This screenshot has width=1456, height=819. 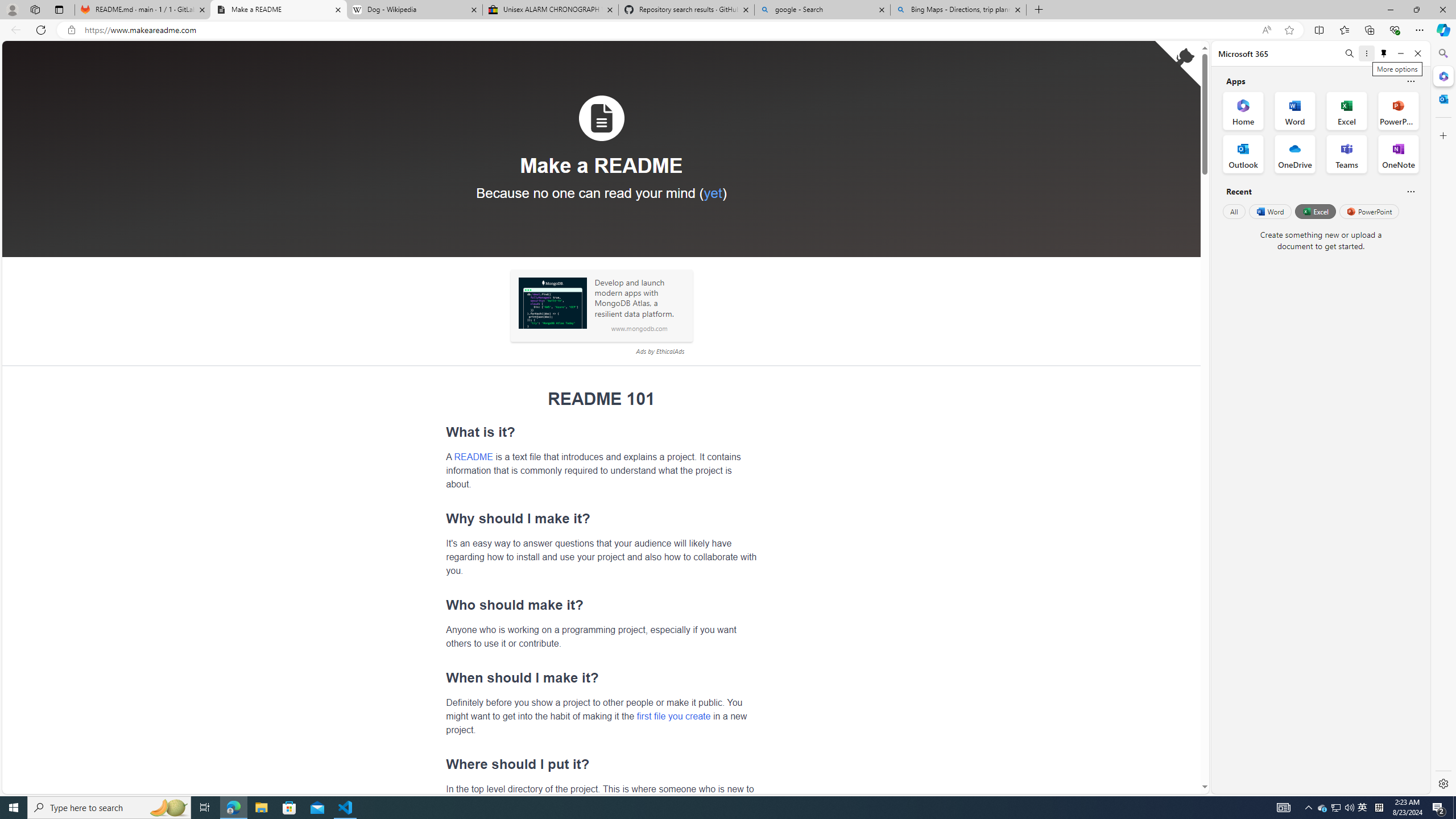 I want to click on 'Dog - Wikipedia', so click(x=415, y=9).